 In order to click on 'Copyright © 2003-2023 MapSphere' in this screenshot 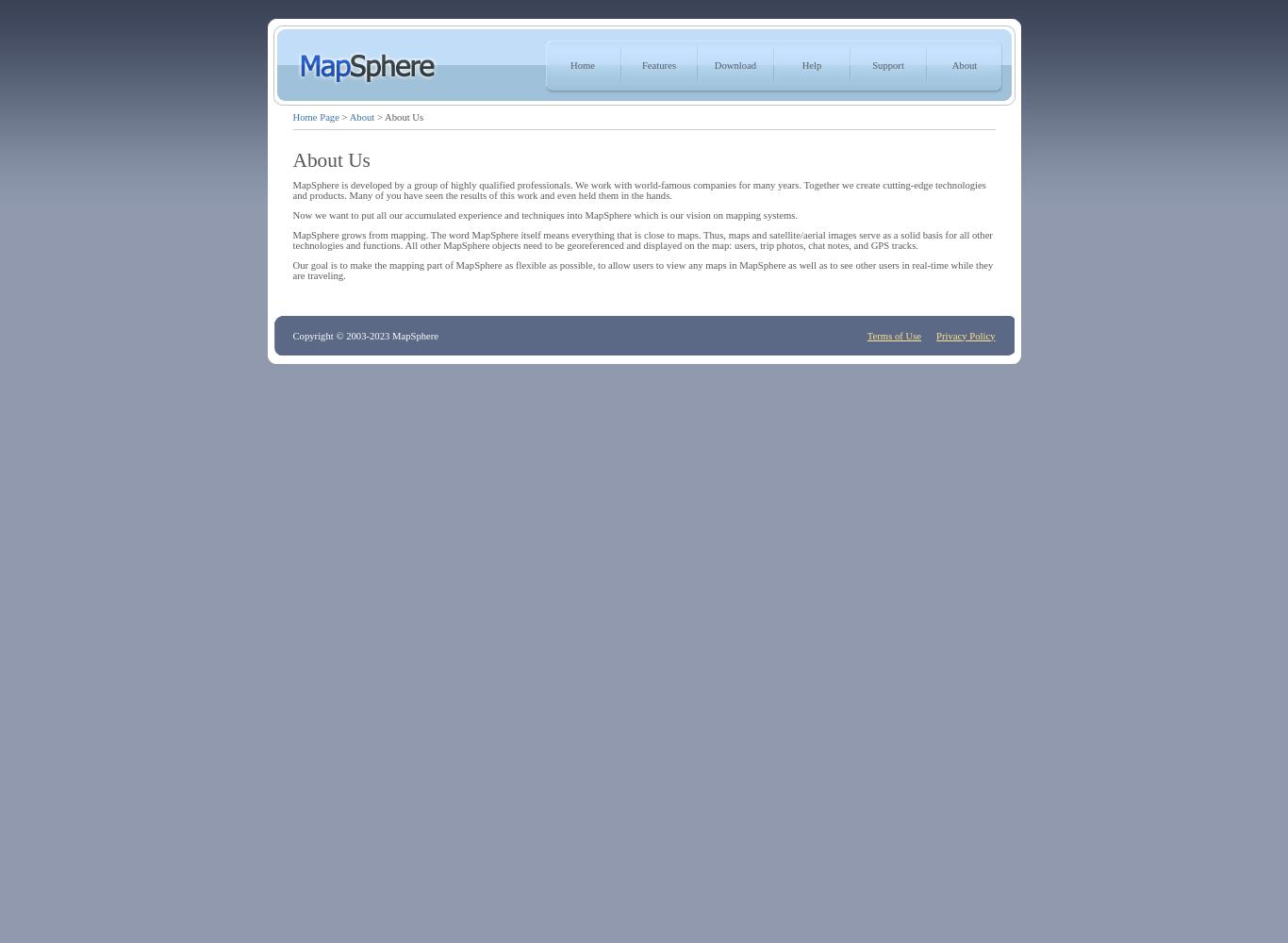, I will do `click(291, 334)`.